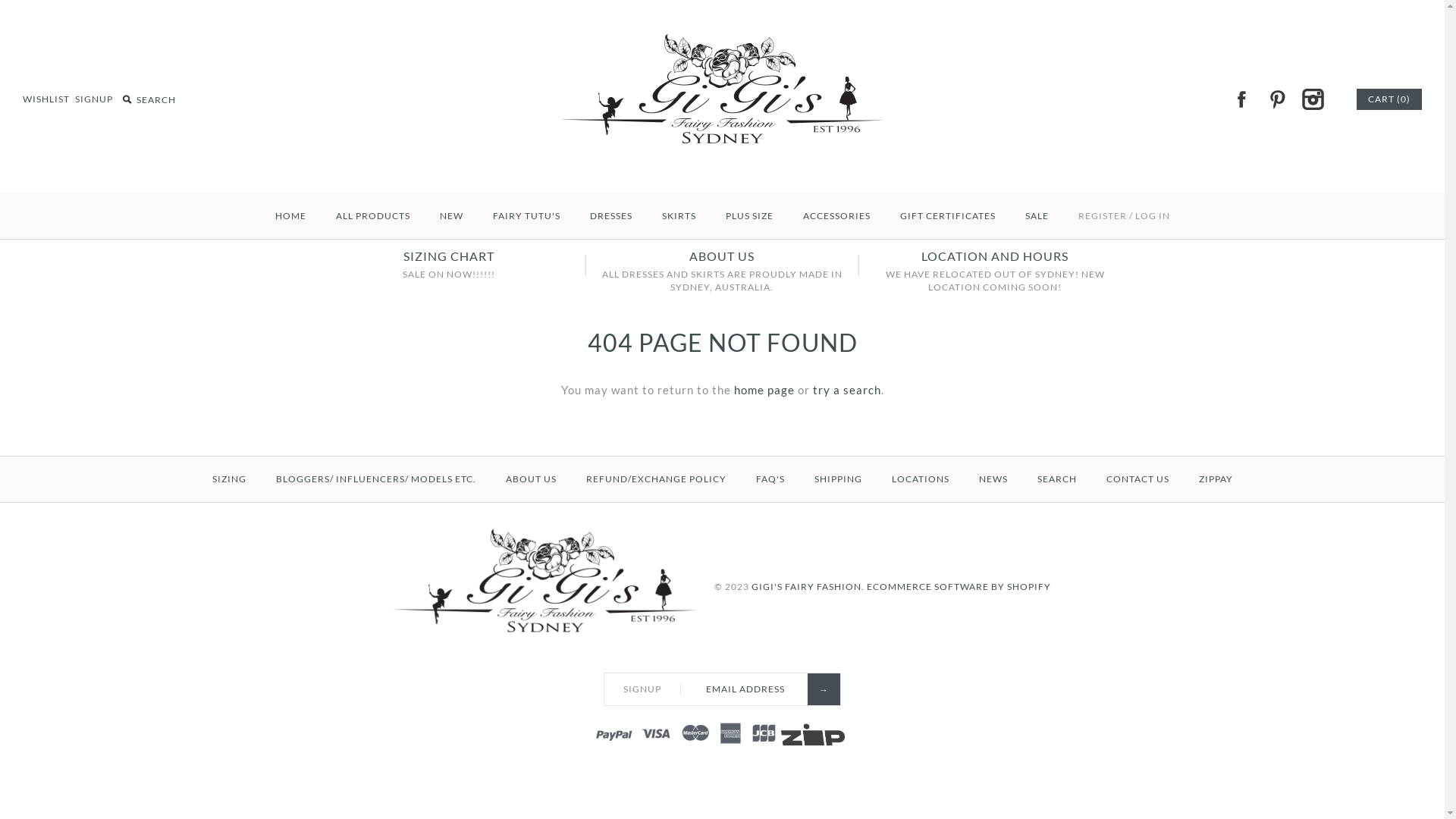 This screenshot has width=1456, height=819. Describe the element at coordinates (320, 216) in the screenshot. I see `'ALL PRODUCTS'` at that location.